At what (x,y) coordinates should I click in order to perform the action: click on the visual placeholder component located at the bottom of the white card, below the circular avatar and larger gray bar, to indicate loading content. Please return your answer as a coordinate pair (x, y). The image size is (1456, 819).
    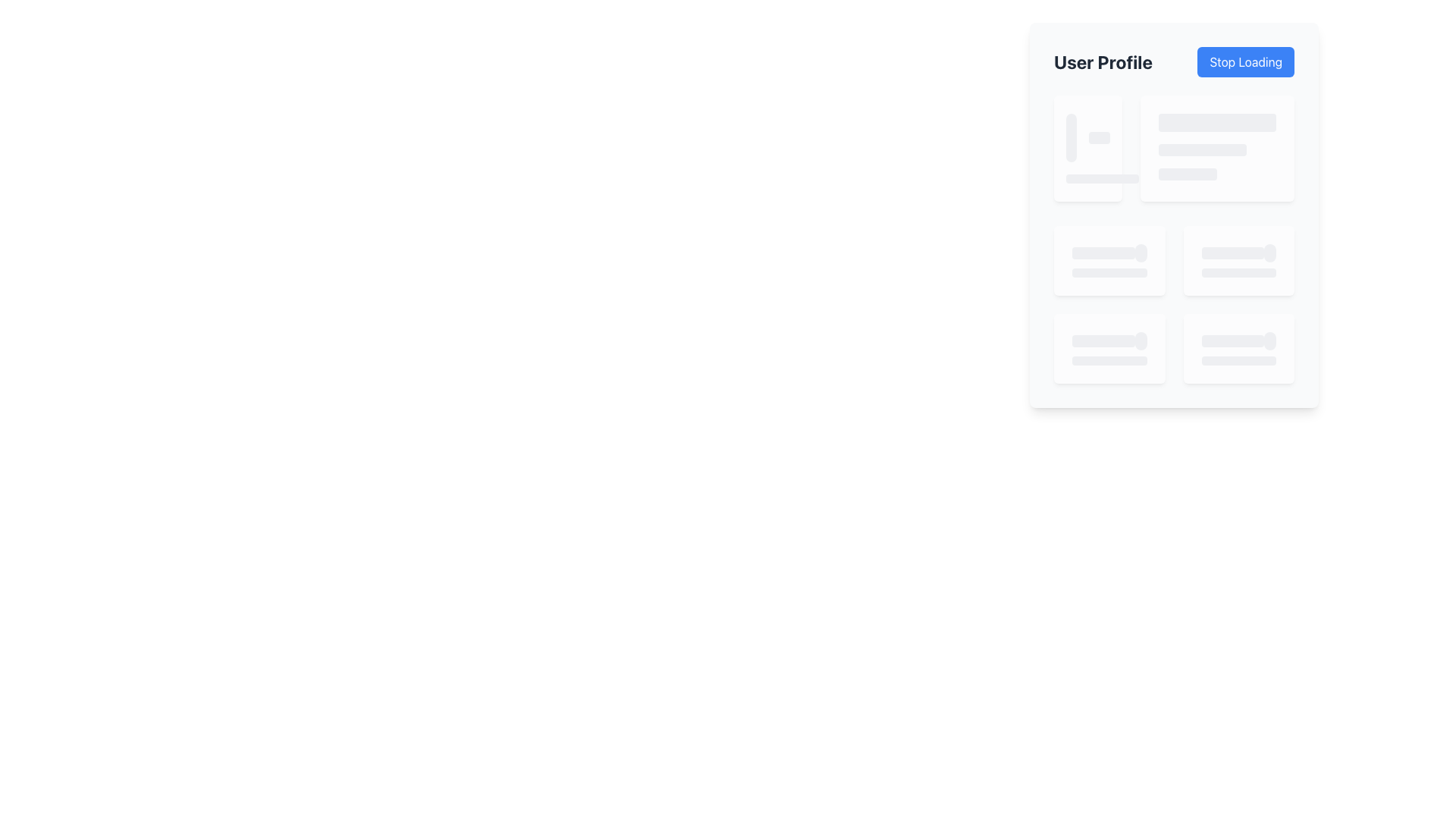
    Looking at the image, I should click on (1103, 177).